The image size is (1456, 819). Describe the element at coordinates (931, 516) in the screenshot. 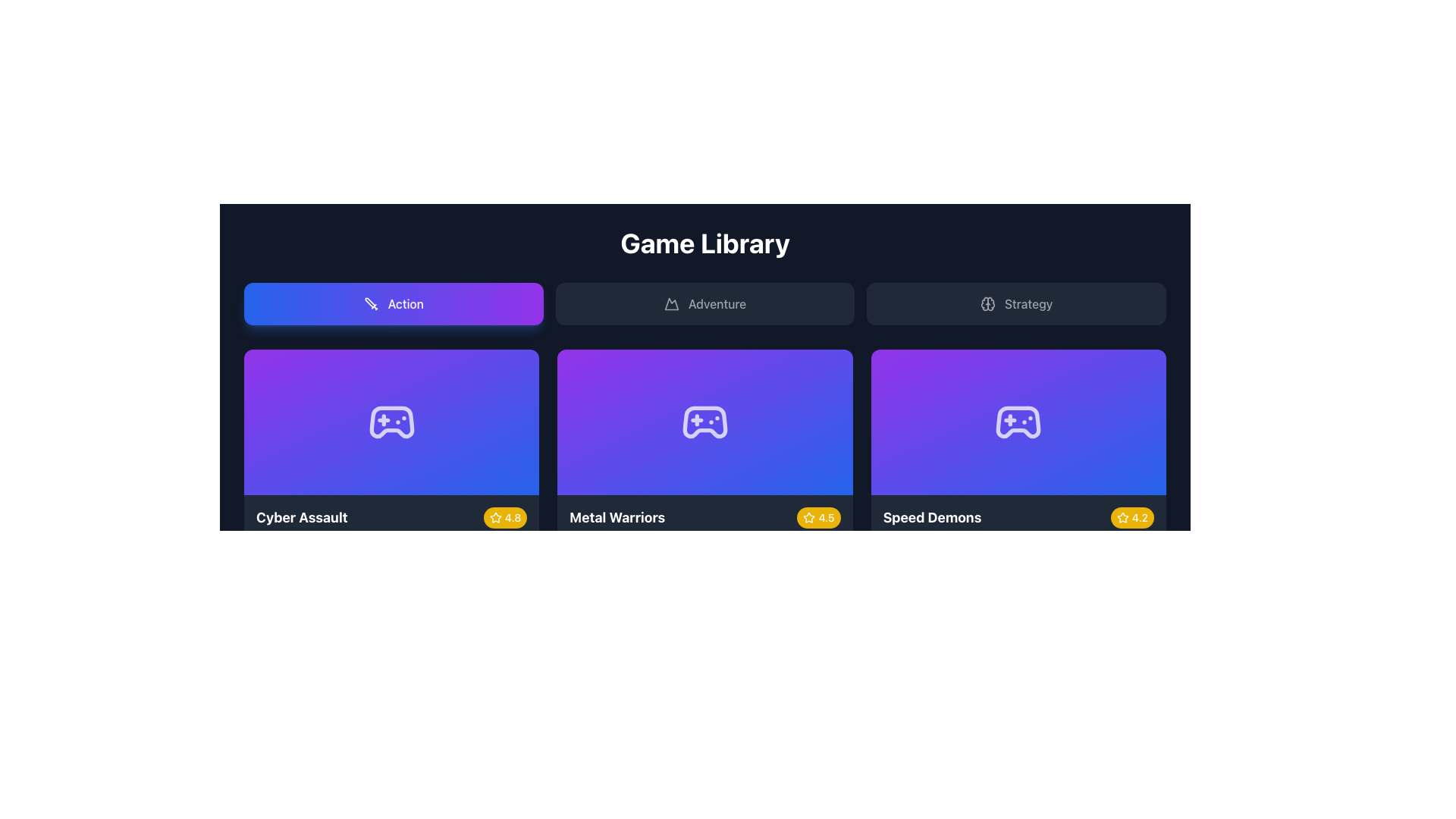

I see `the static text label that reads 'Speed Demons', styled in bold white font, located at the bottom of the third card in a horizontal list of three cards` at that location.